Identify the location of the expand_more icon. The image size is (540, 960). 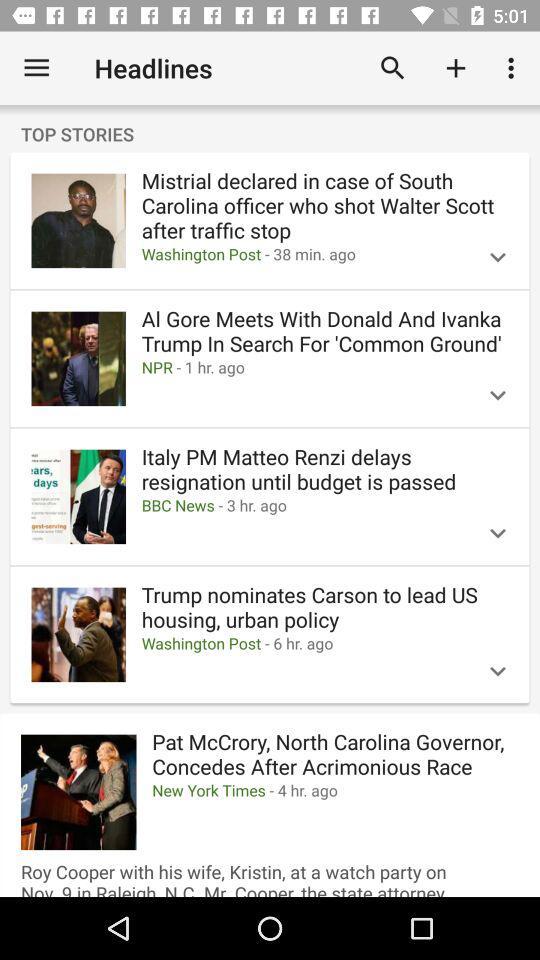
(496, 532).